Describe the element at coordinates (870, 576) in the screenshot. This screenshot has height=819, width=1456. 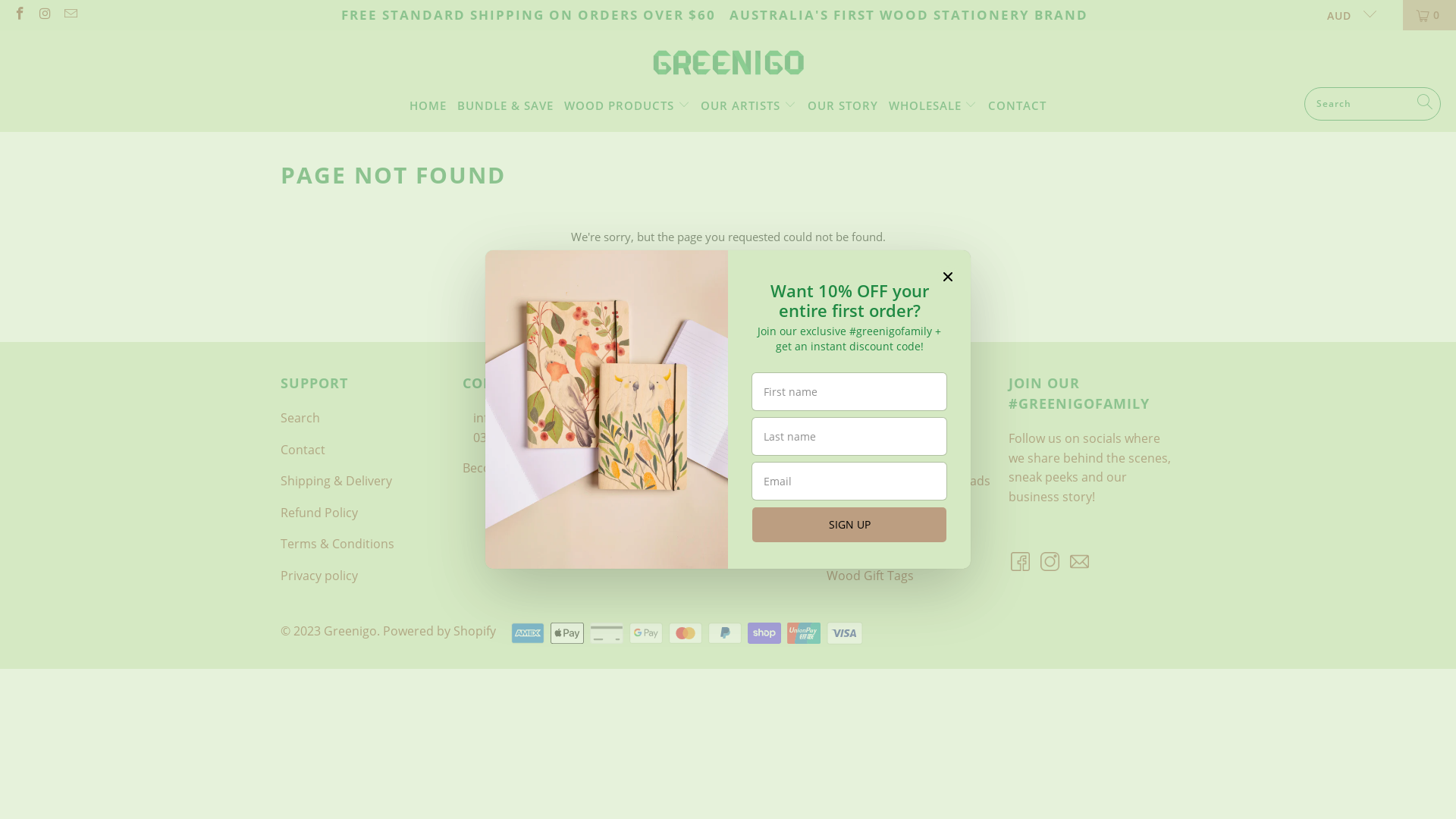
I see `'Wood Gift Tags'` at that location.